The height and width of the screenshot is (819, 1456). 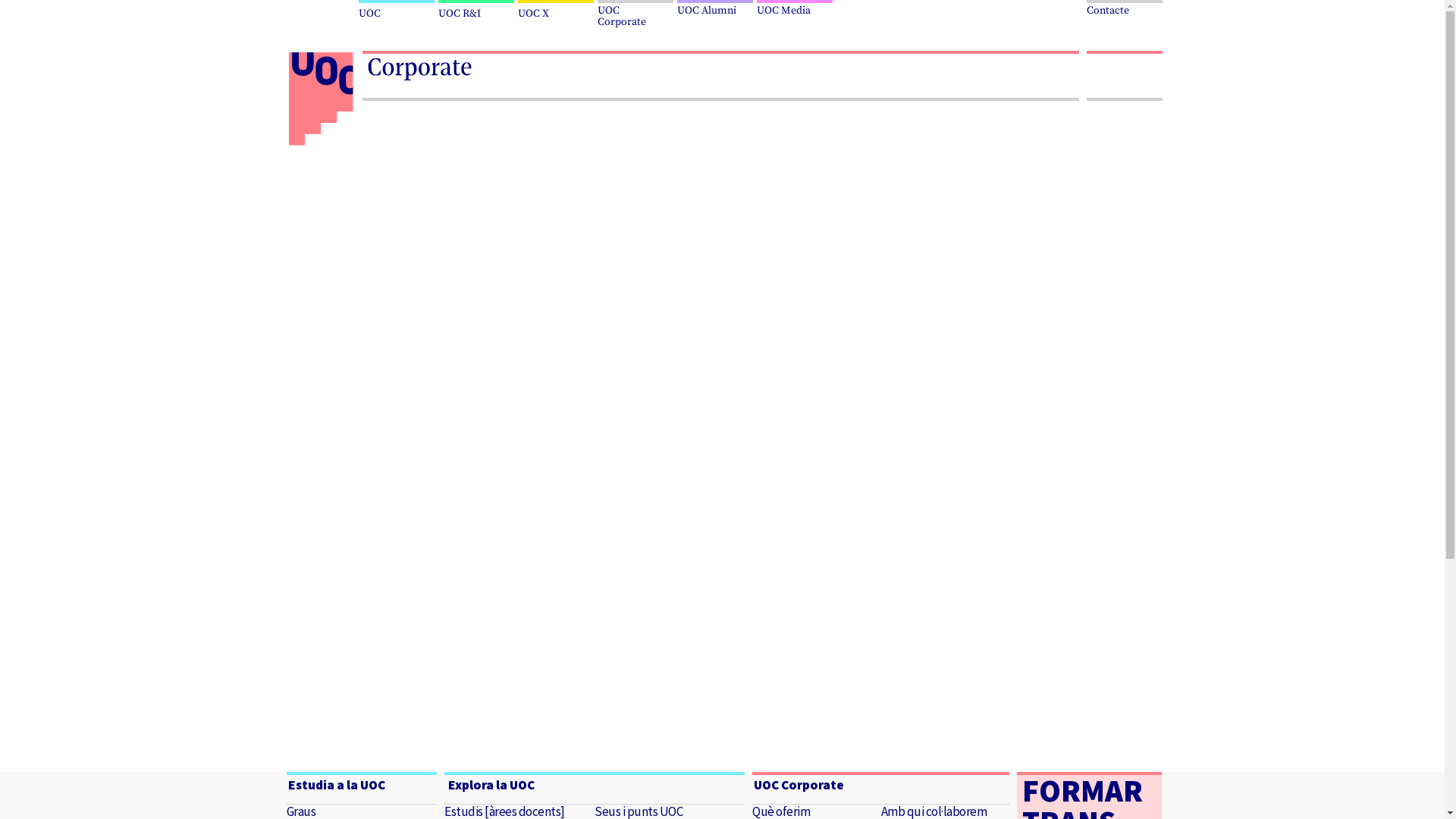 What do you see at coordinates (516, 11) in the screenshot?
I see `'UOC X'` at bounding box center [516, 11].